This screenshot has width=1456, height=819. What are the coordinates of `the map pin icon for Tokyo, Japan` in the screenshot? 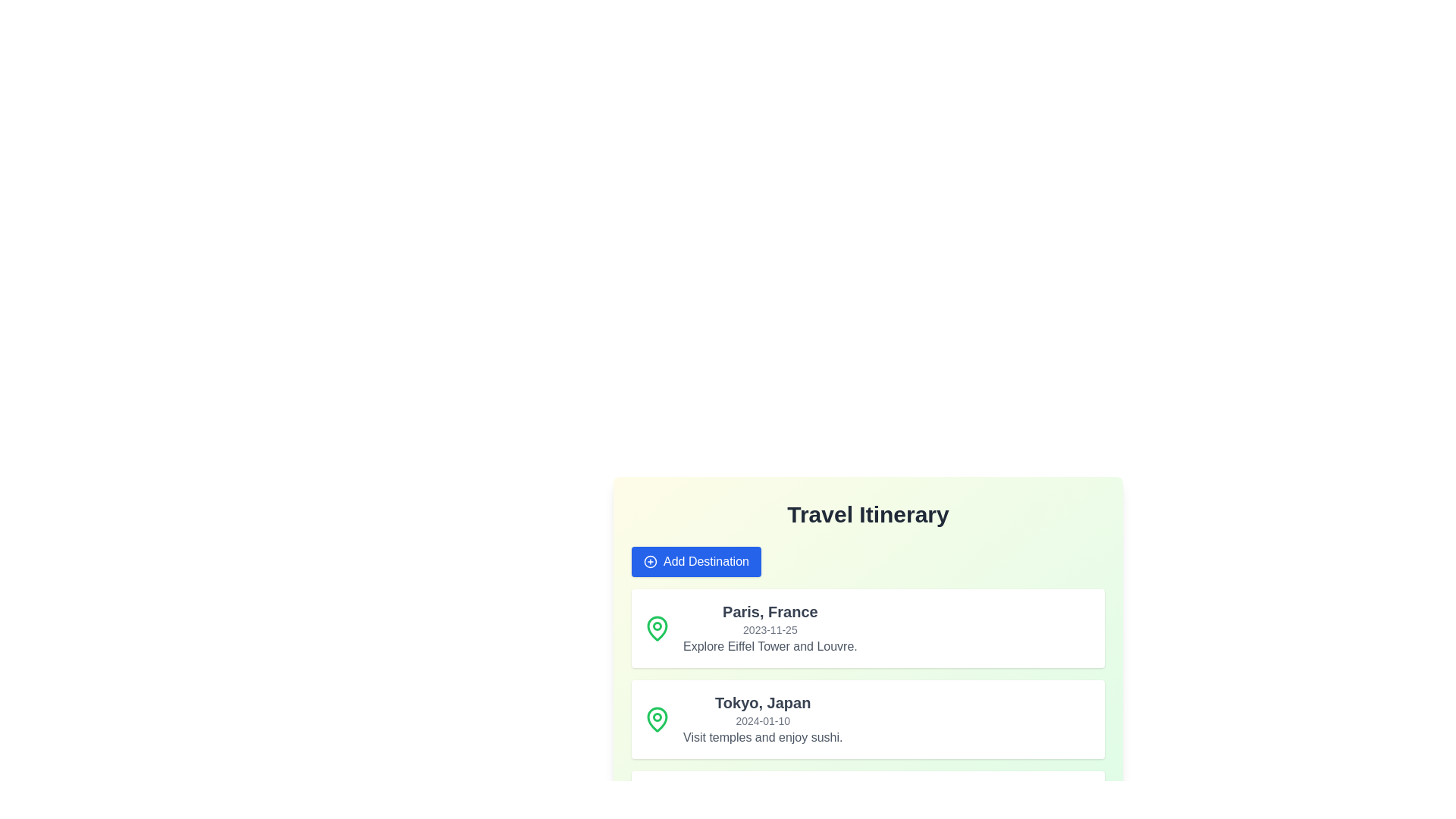 It's located at (657, 718).